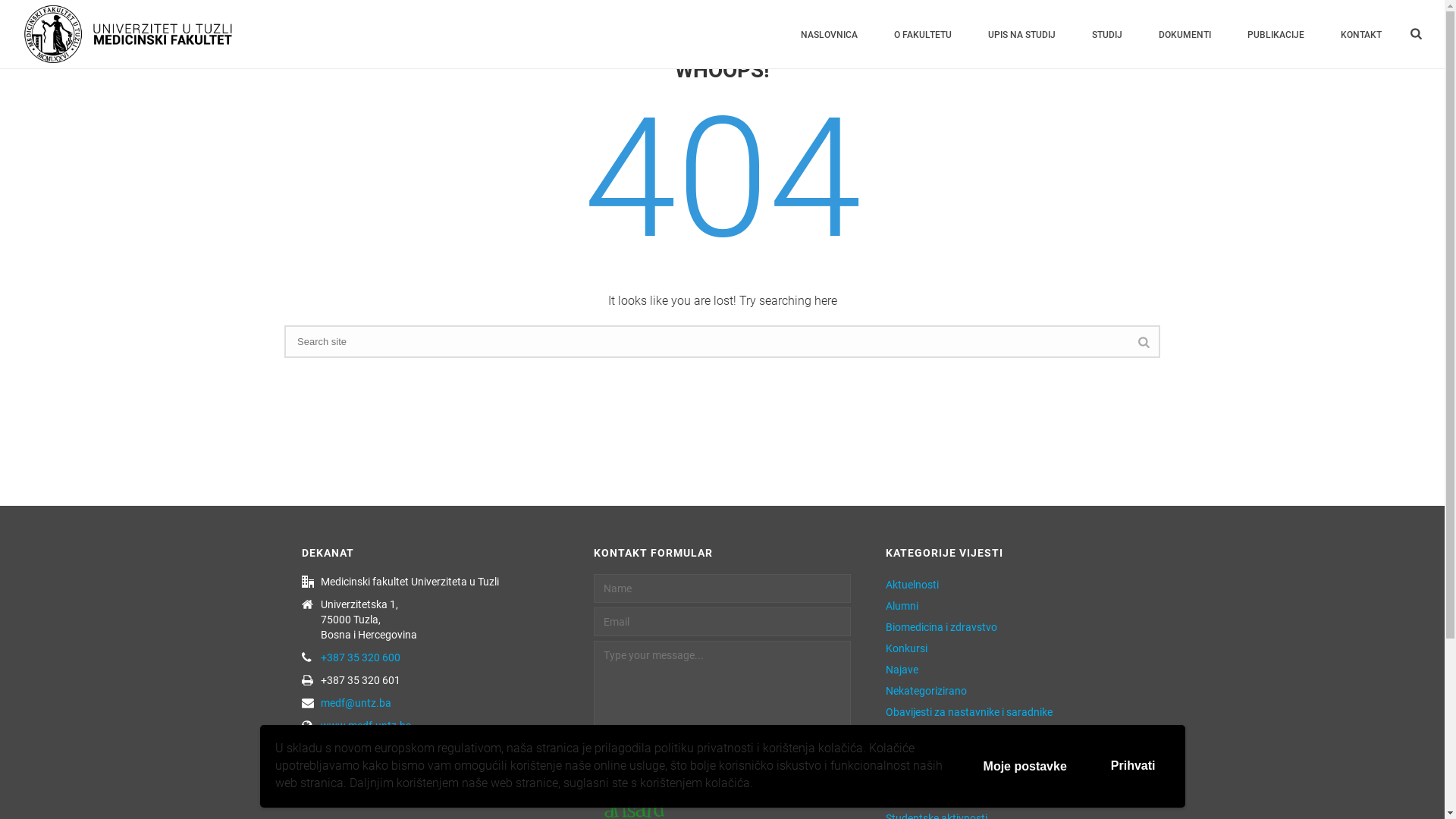 The width and height of the screenshot is (1456, 819). What do you see at coordinates (925, 690) in the screenshot?
I see `'Nekategorizirano'` at bounding box center [925, 690].